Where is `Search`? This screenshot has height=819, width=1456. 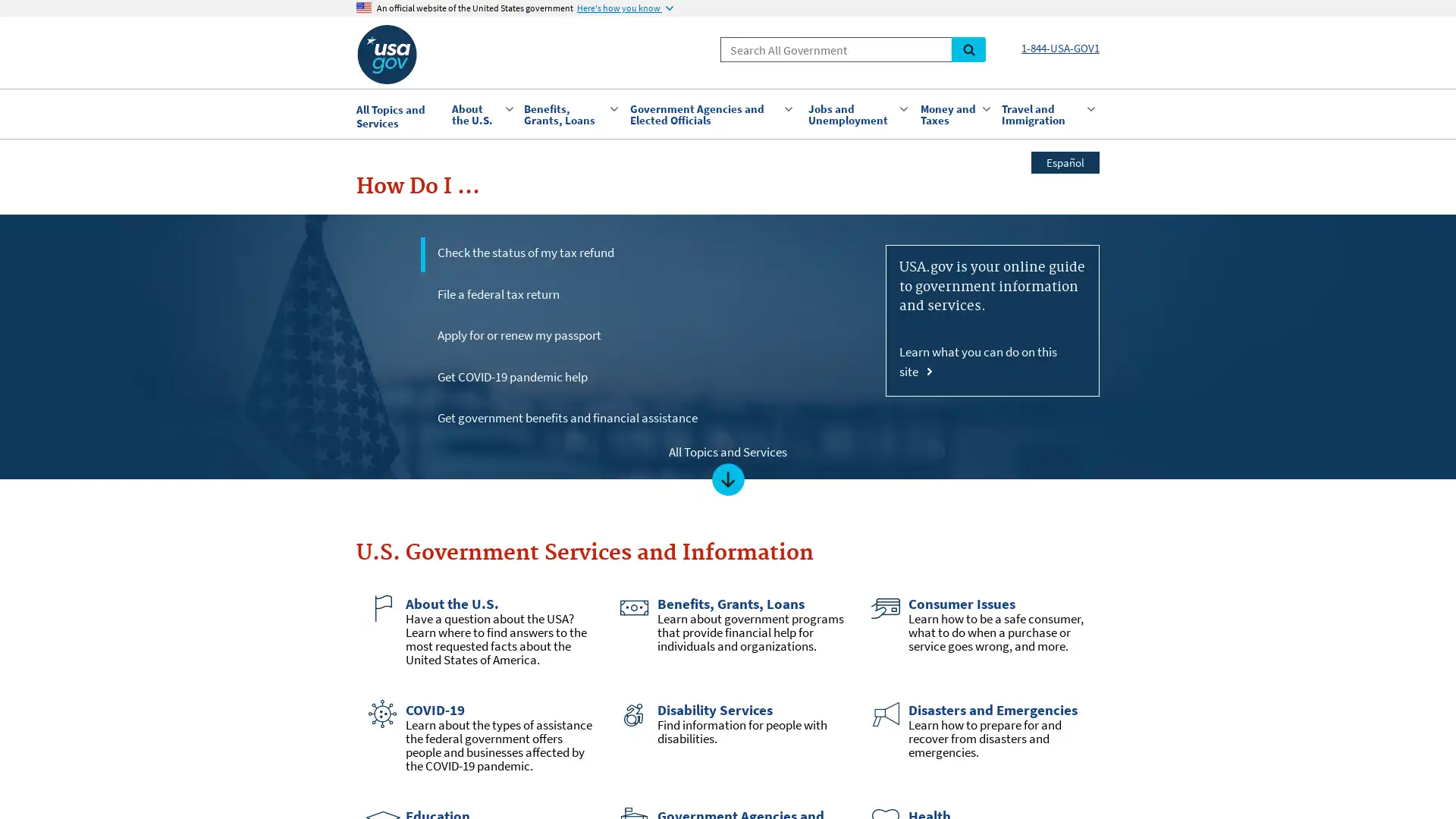 Search is located at coordinates (968, 49).